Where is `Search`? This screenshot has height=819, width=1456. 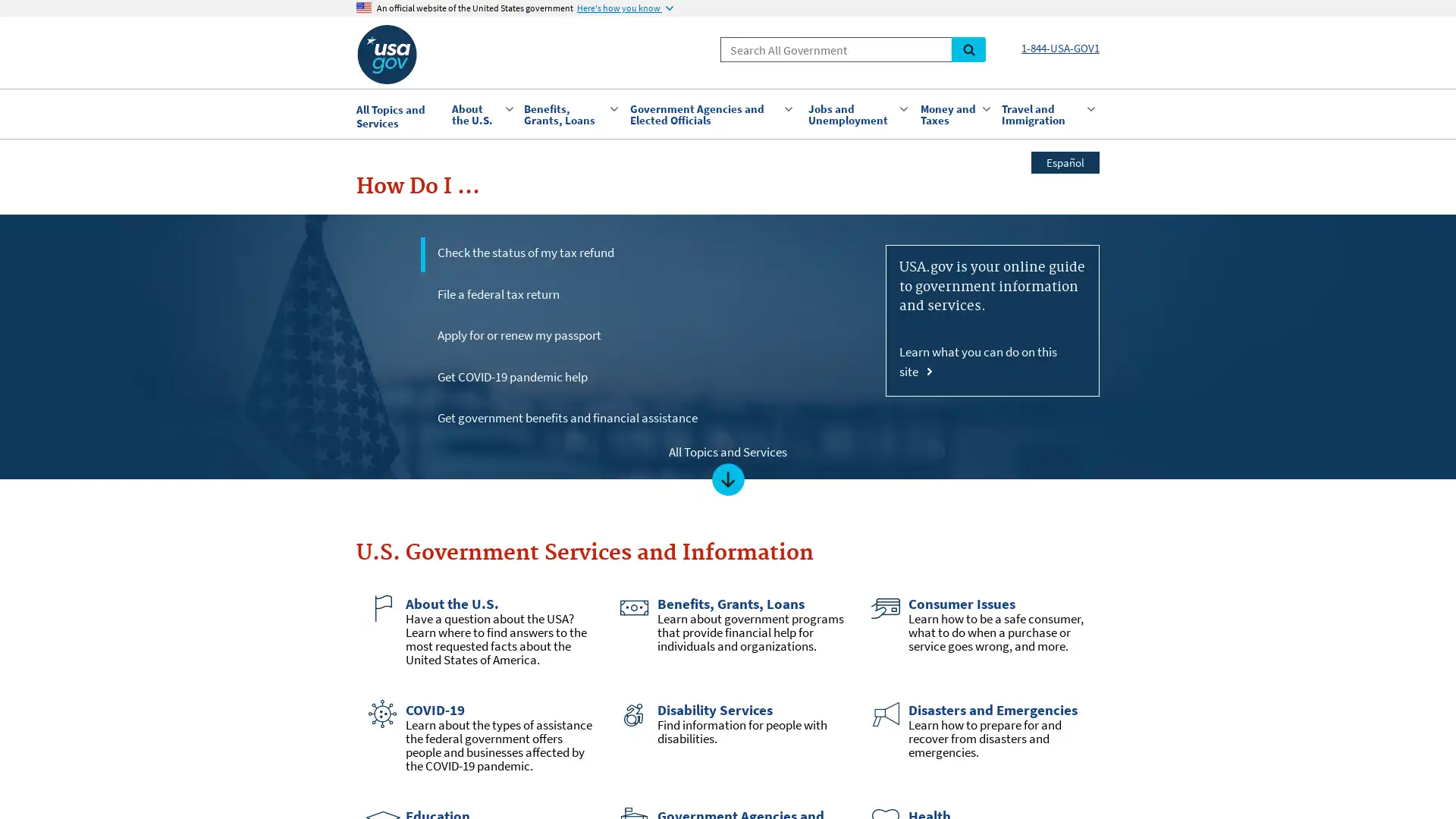 Search is located at coordinates (968, 49).